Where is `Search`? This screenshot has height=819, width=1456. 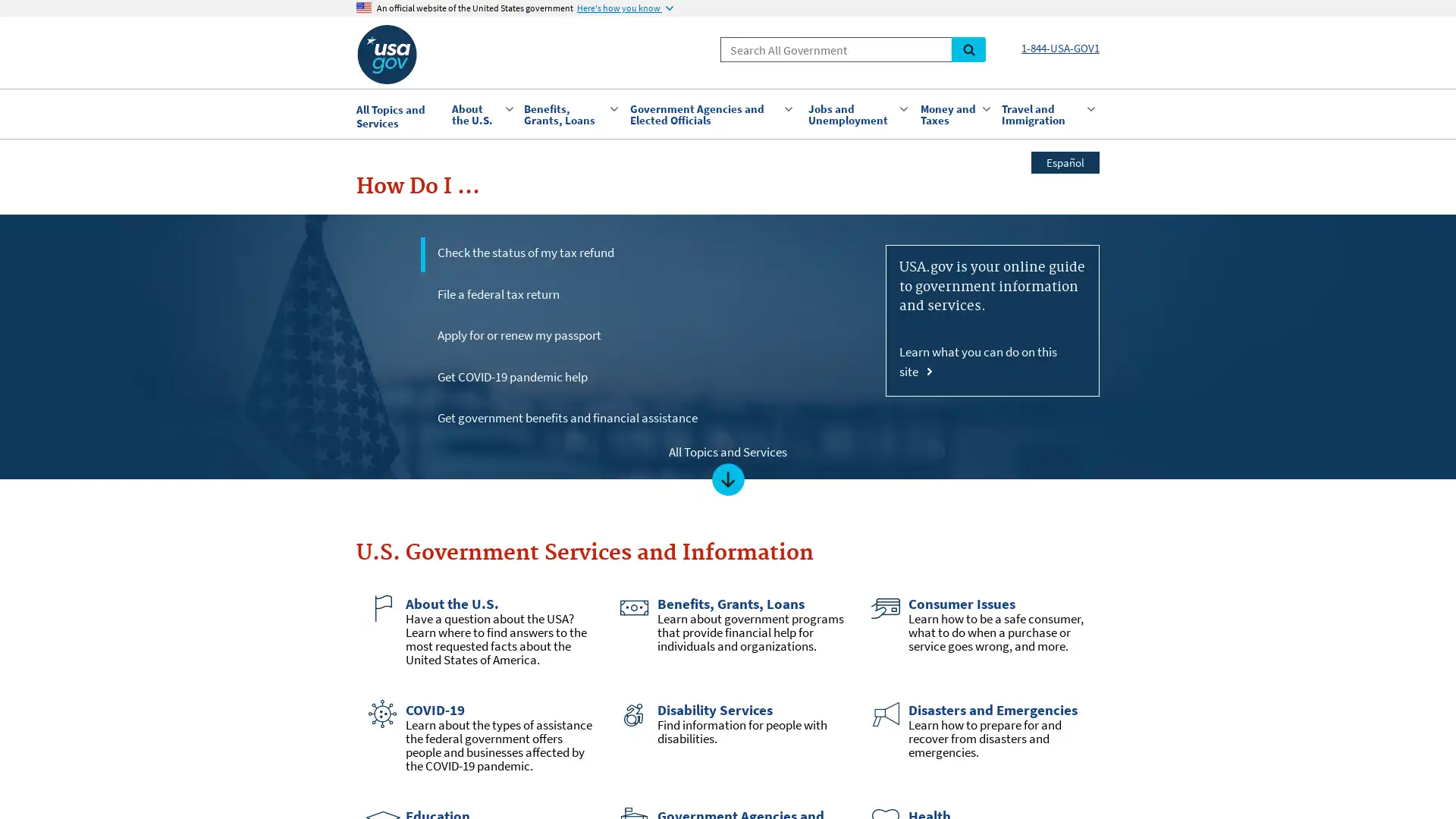 Search is located at coordinates (968, 49).